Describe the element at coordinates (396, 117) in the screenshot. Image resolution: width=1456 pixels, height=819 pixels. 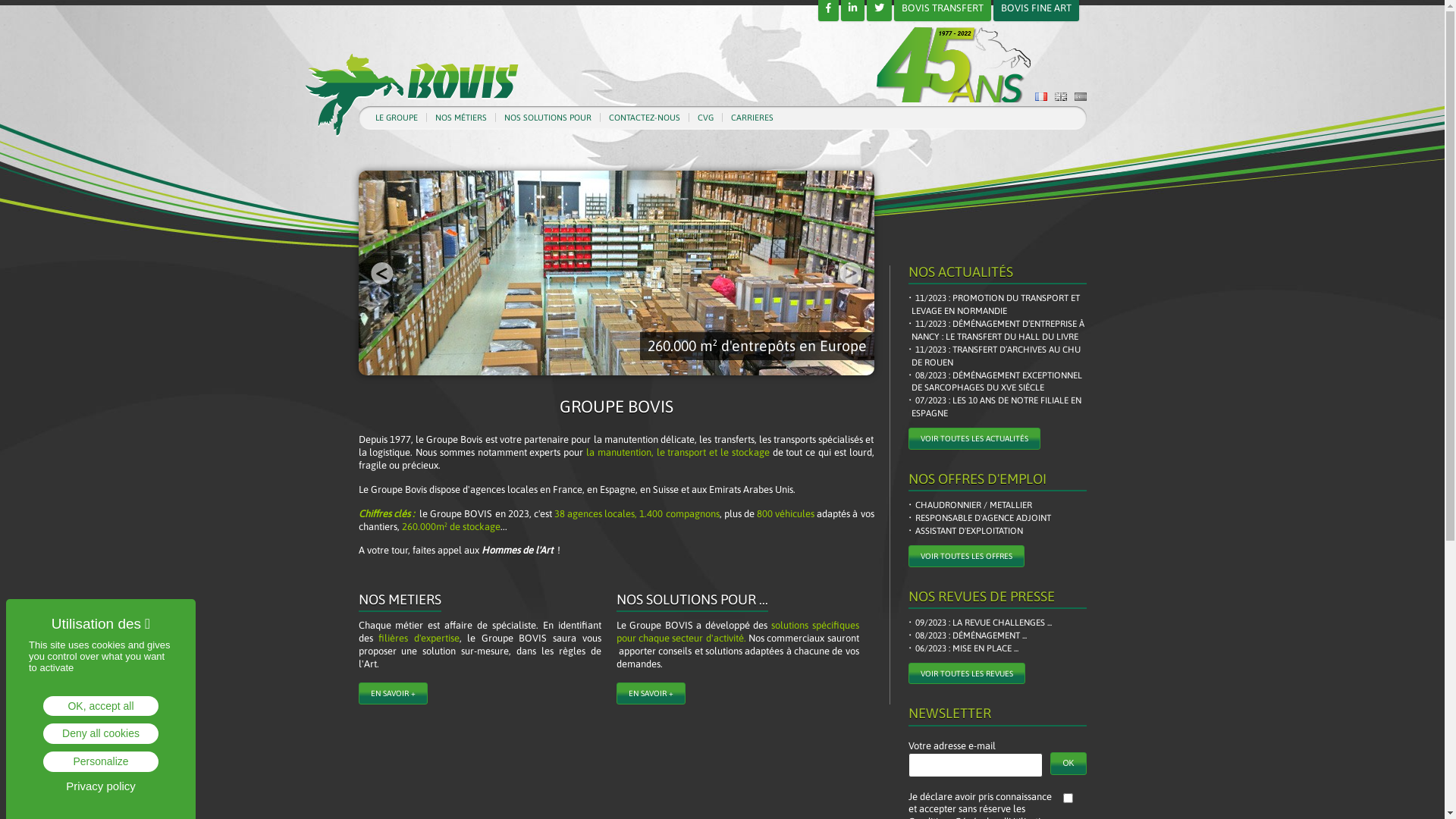
I see `'LE GROUPE'` at that location.